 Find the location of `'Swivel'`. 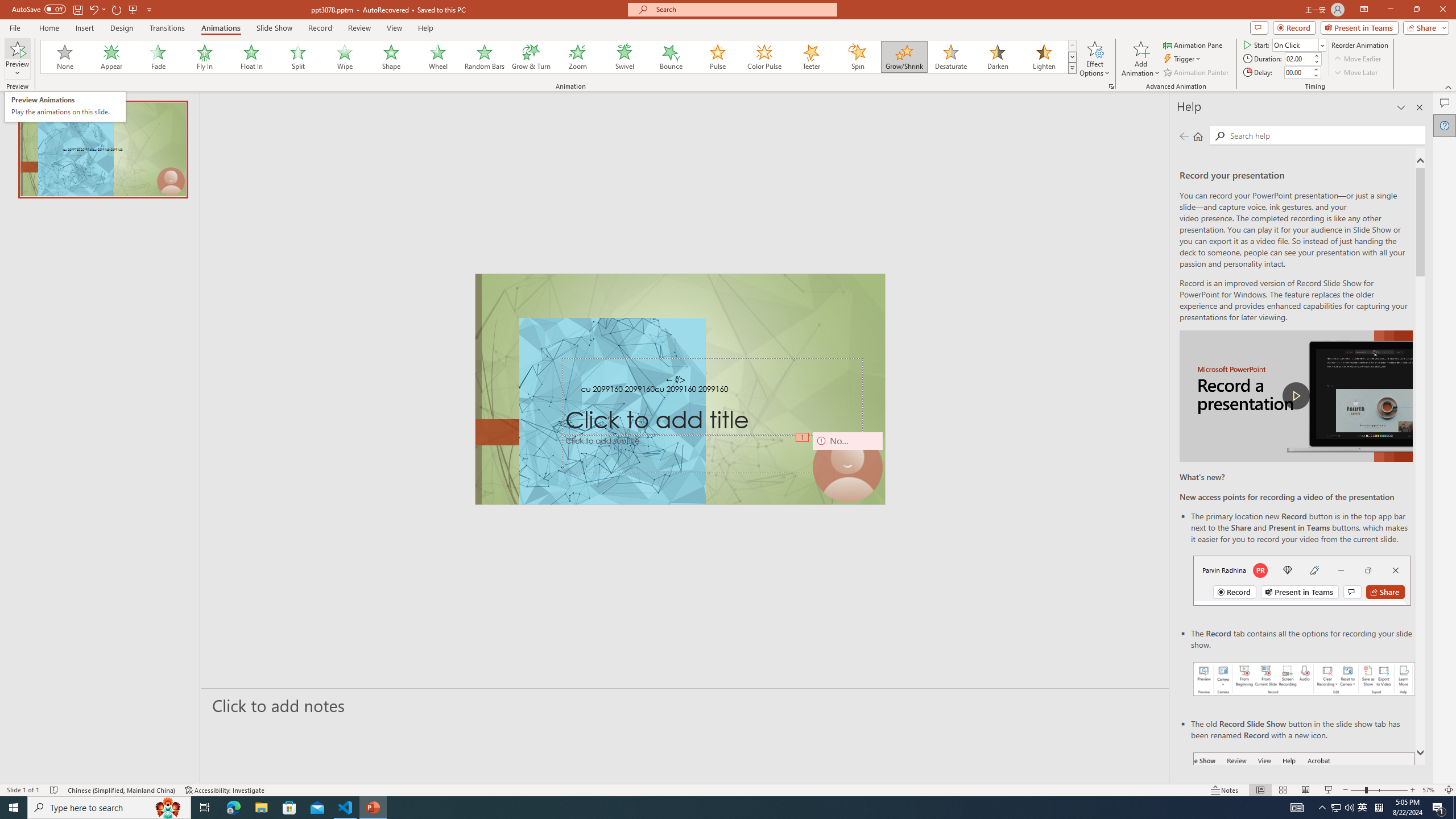

'Swivel' is located at coordinates (624, 56).